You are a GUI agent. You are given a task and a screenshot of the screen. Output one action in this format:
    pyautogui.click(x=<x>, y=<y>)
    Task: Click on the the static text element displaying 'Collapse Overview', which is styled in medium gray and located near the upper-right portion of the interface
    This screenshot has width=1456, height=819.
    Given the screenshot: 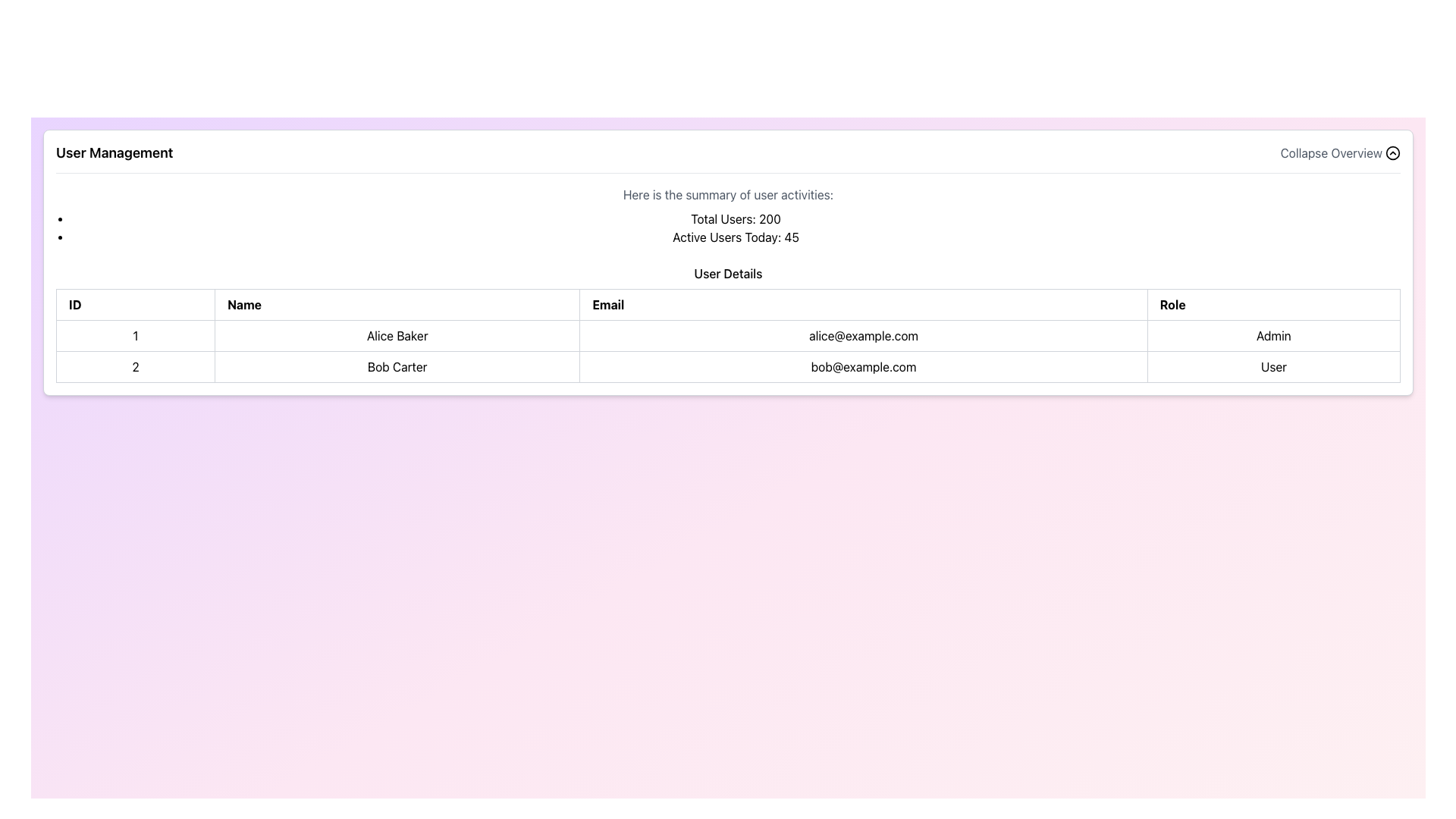 What is the action you would take?
    pyautogui.click(x=1330, y=152)
    